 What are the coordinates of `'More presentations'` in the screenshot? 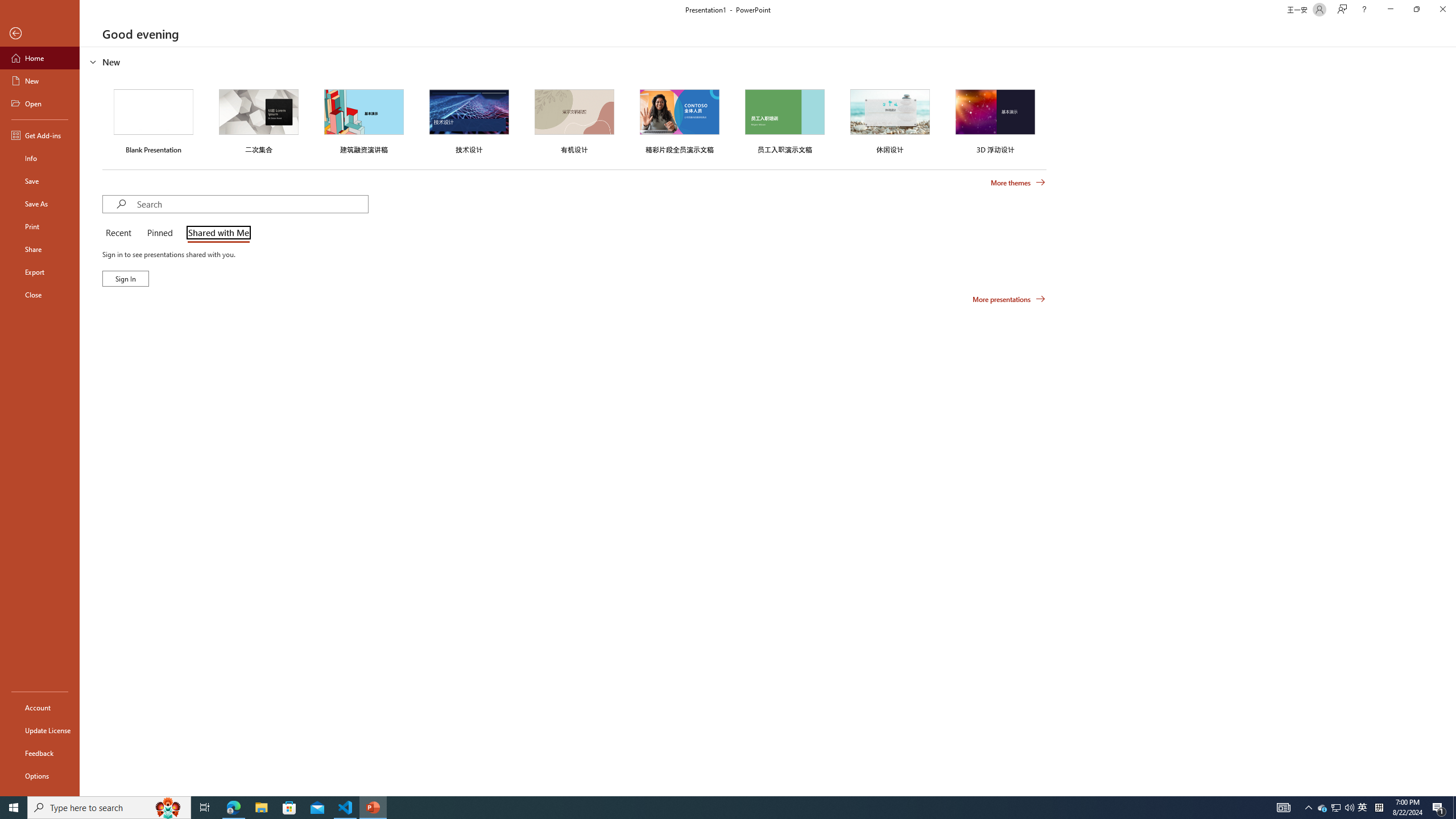 It's located at (1008, 298).